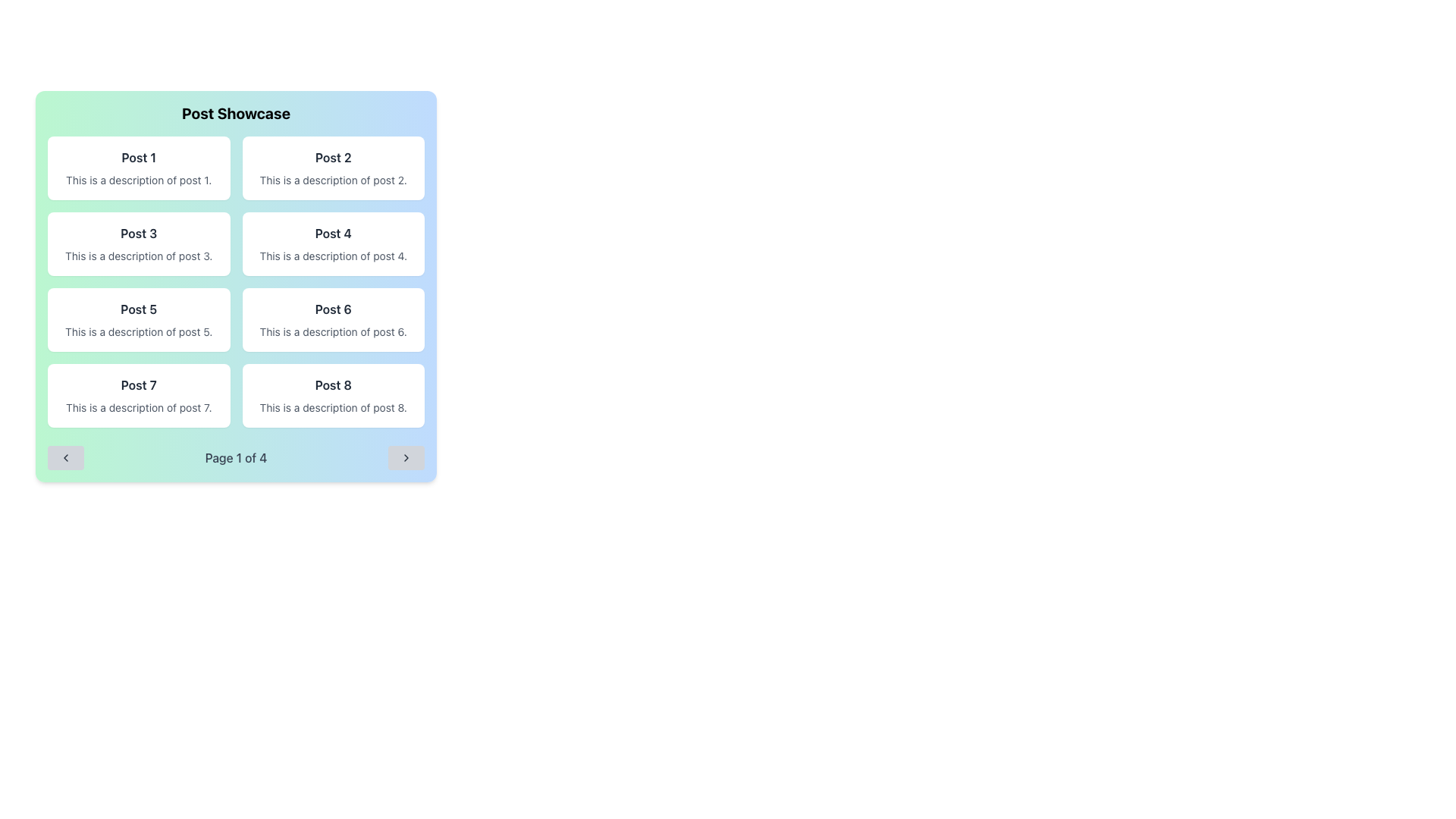 Image resolution: width=1456 pixels, height=819 pixels. What do you see at coordinates (332, 234) in the screenshot?
I see `the text label displaying 'Post 4', which is styled in bold and dark gray, located in the center of the layout within the fourth tile of posts` at bounding box center [332, 234].